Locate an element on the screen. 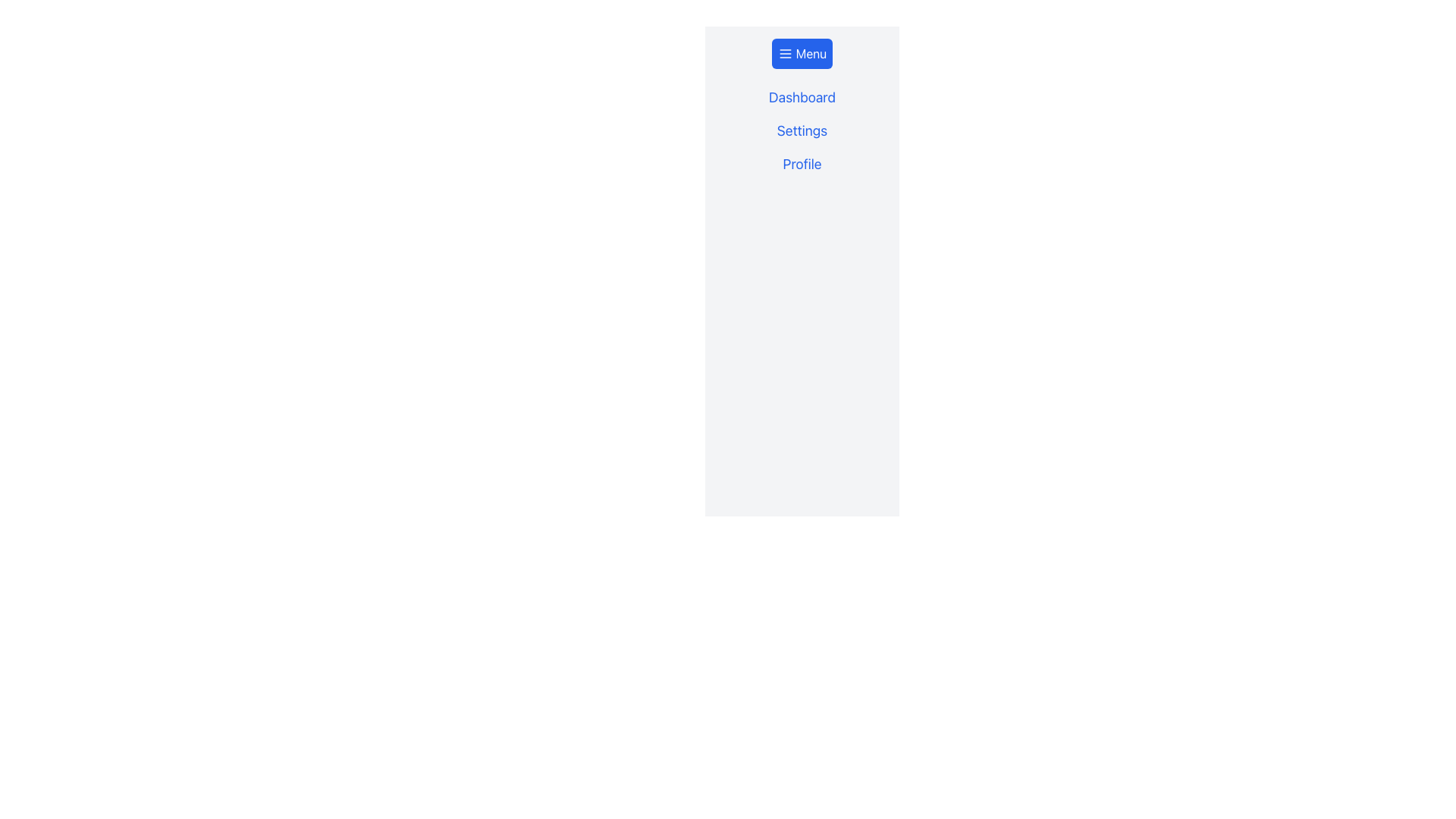 Image resolution: width=1456 pixels, height=819 pixels. the blue rectangular button labeled 'Menu' with a menu icon on the left is located at coordinates (801, 52).